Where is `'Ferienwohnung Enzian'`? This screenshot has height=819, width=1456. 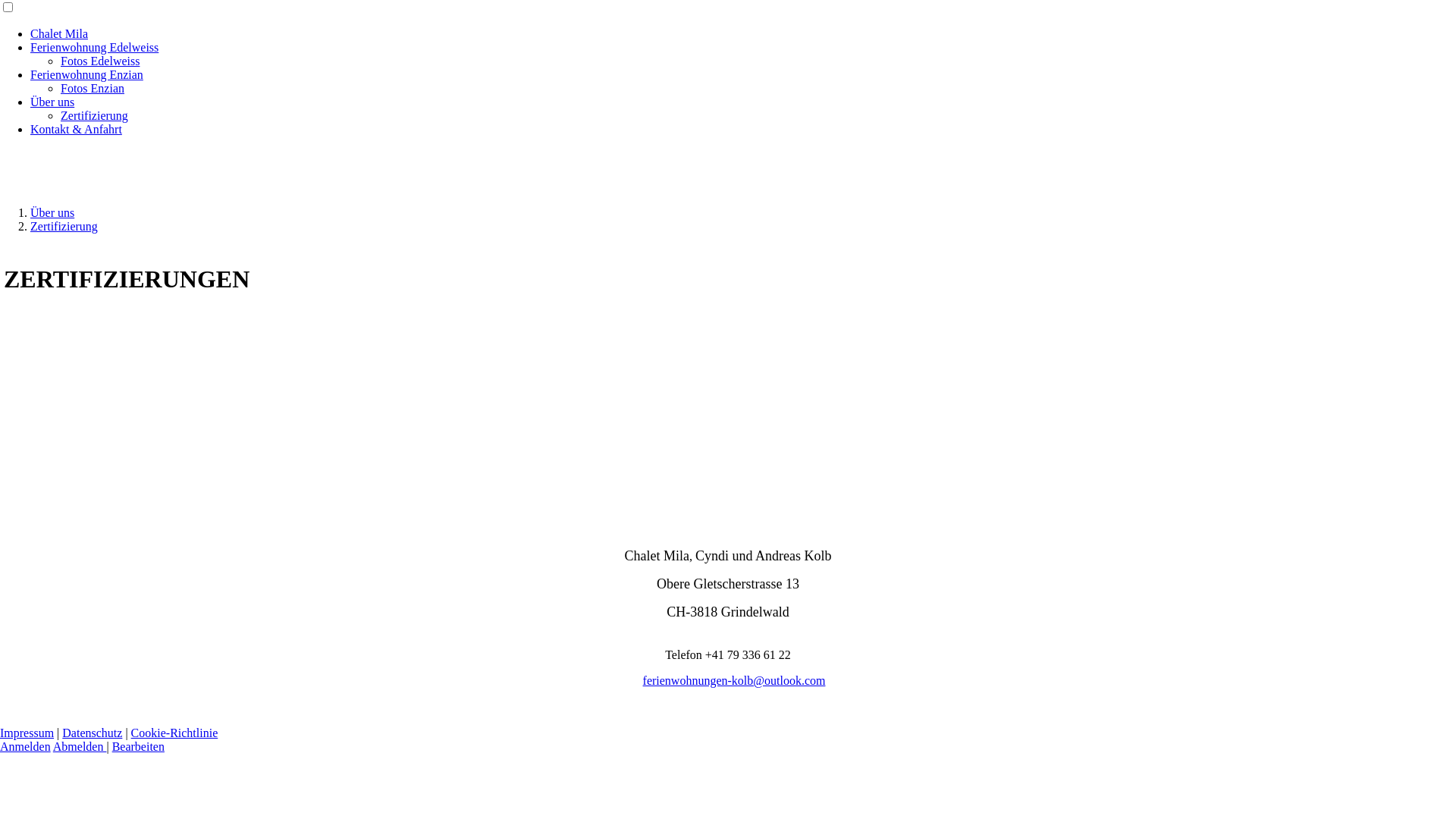 'Ferienwohnung Enzian' is located at coordinates (86, 74).